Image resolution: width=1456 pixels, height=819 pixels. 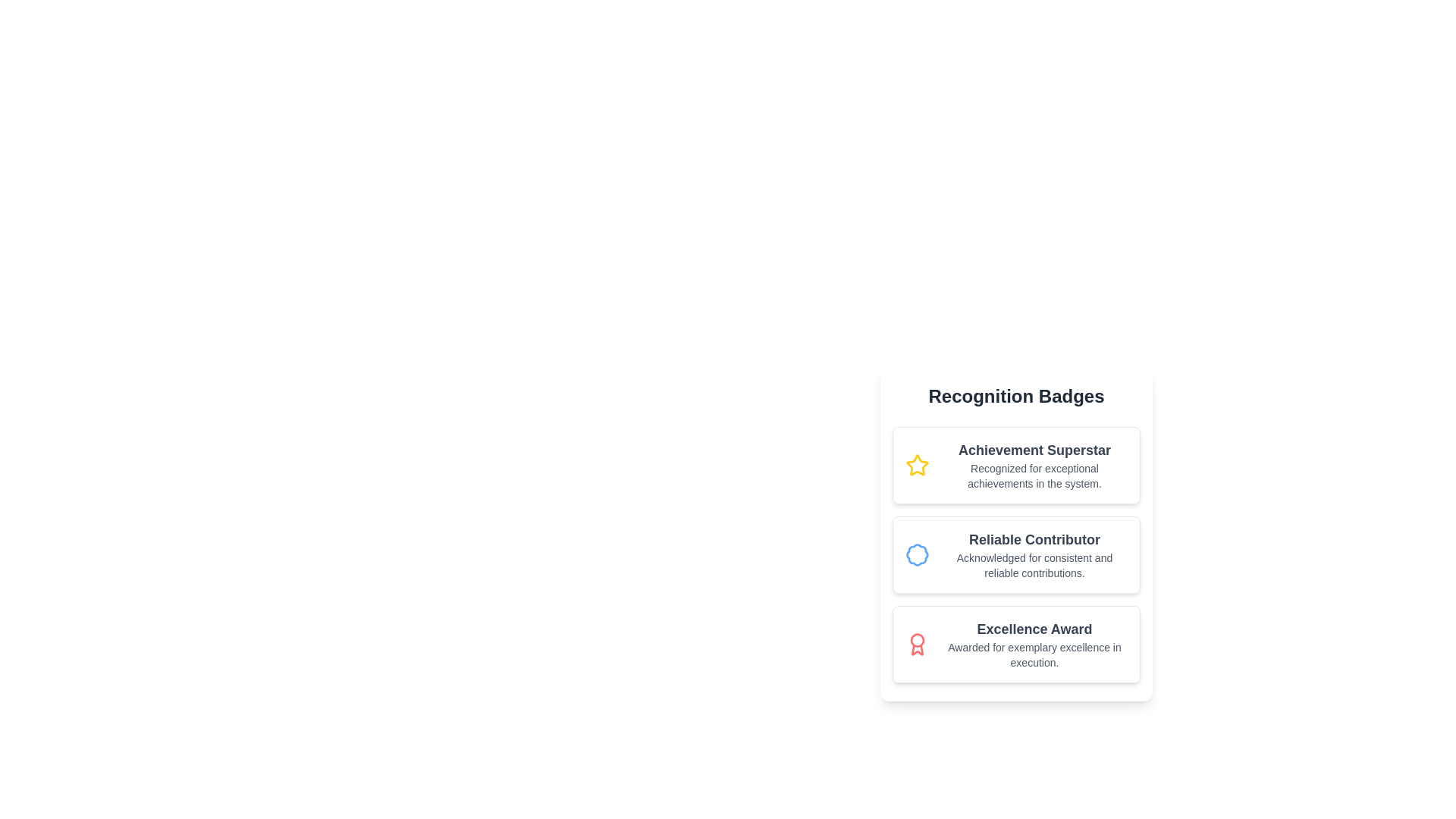 I want to click on the second Informational Card in the list of recognition badges, which displays accolades for consistent contributions, located between the 'Achievement Superstar' and 'Excellence Award' cards, so click(x=1016, y=533).